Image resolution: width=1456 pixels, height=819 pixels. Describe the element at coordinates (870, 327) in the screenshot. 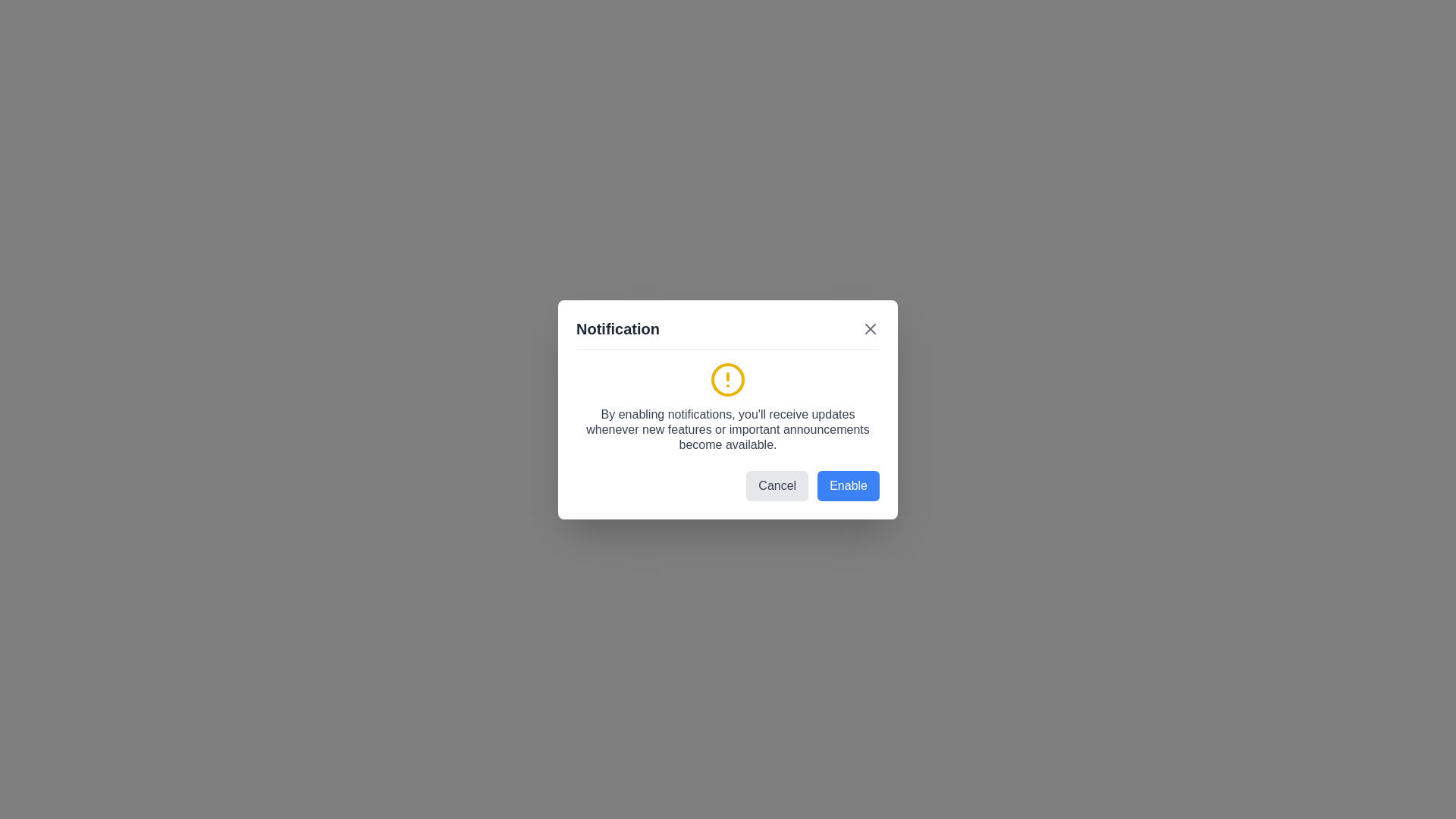

I see `close button (X) in the top-right corner of the dialog` at that location.